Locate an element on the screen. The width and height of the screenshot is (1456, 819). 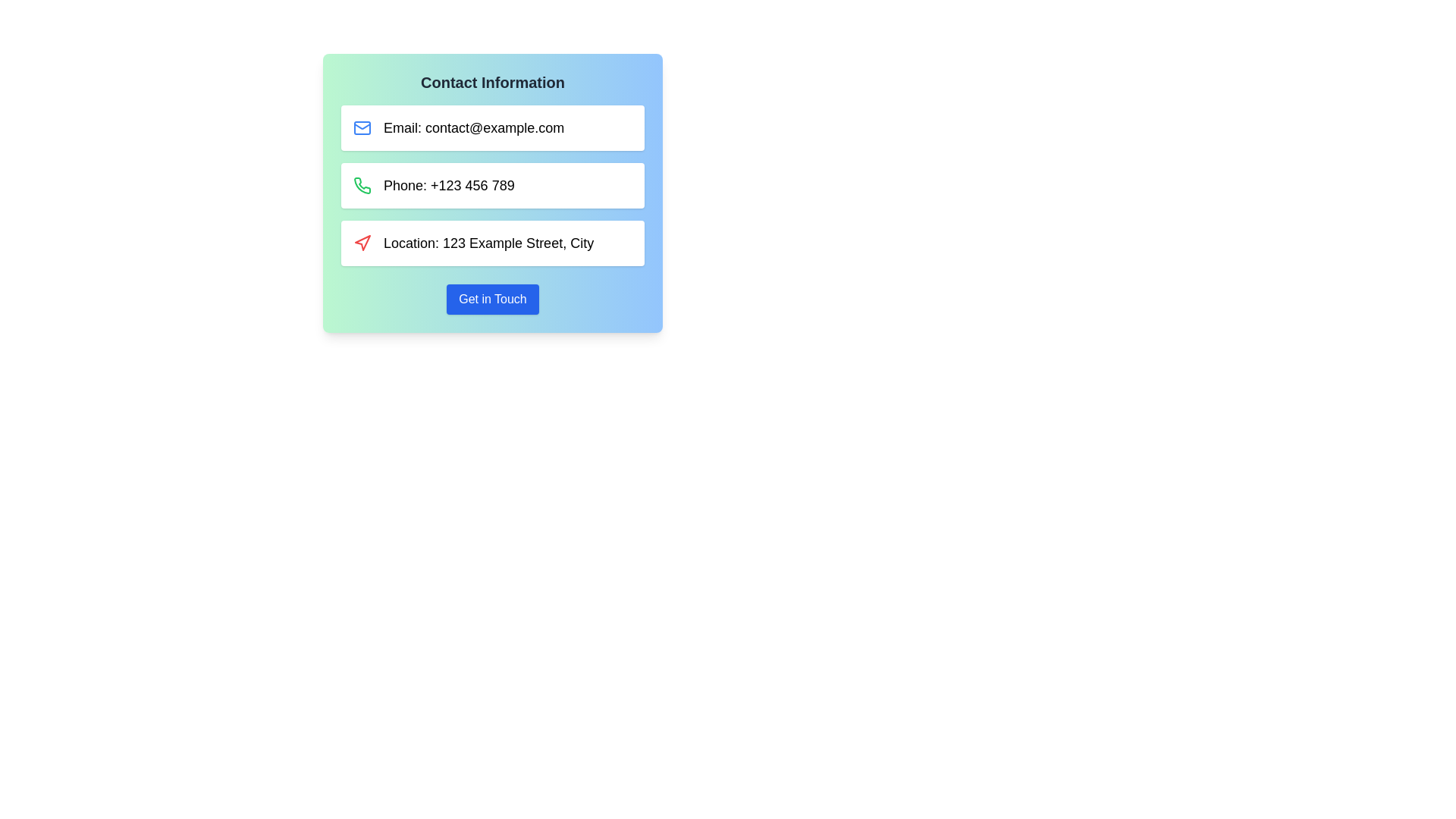
the modern blue envelope icon located to the left of the email address text 'Email: contact@example.com' in the contact information card is located at coordinates (362, 127).